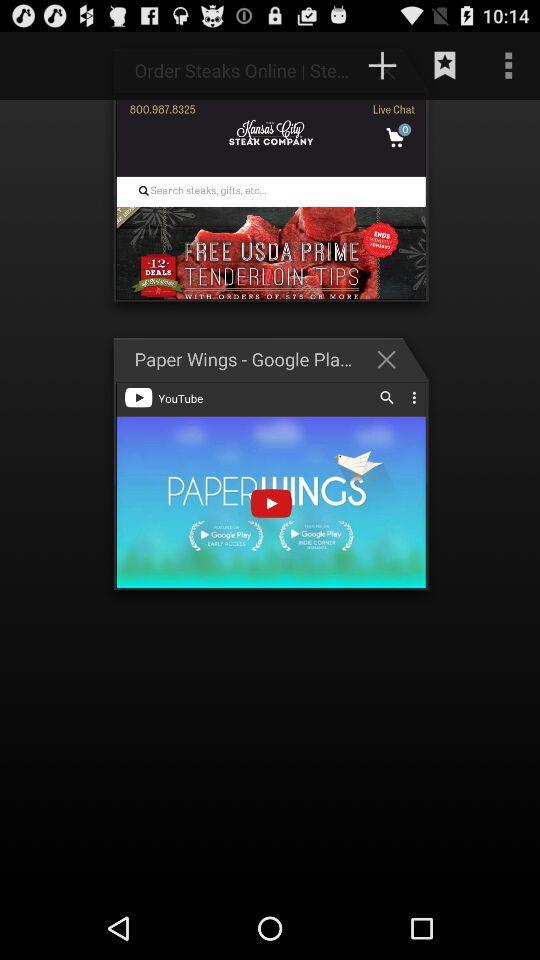  Describe the element at coordinates (391, 75) in the screenshot. I see `the add icon` at that location.